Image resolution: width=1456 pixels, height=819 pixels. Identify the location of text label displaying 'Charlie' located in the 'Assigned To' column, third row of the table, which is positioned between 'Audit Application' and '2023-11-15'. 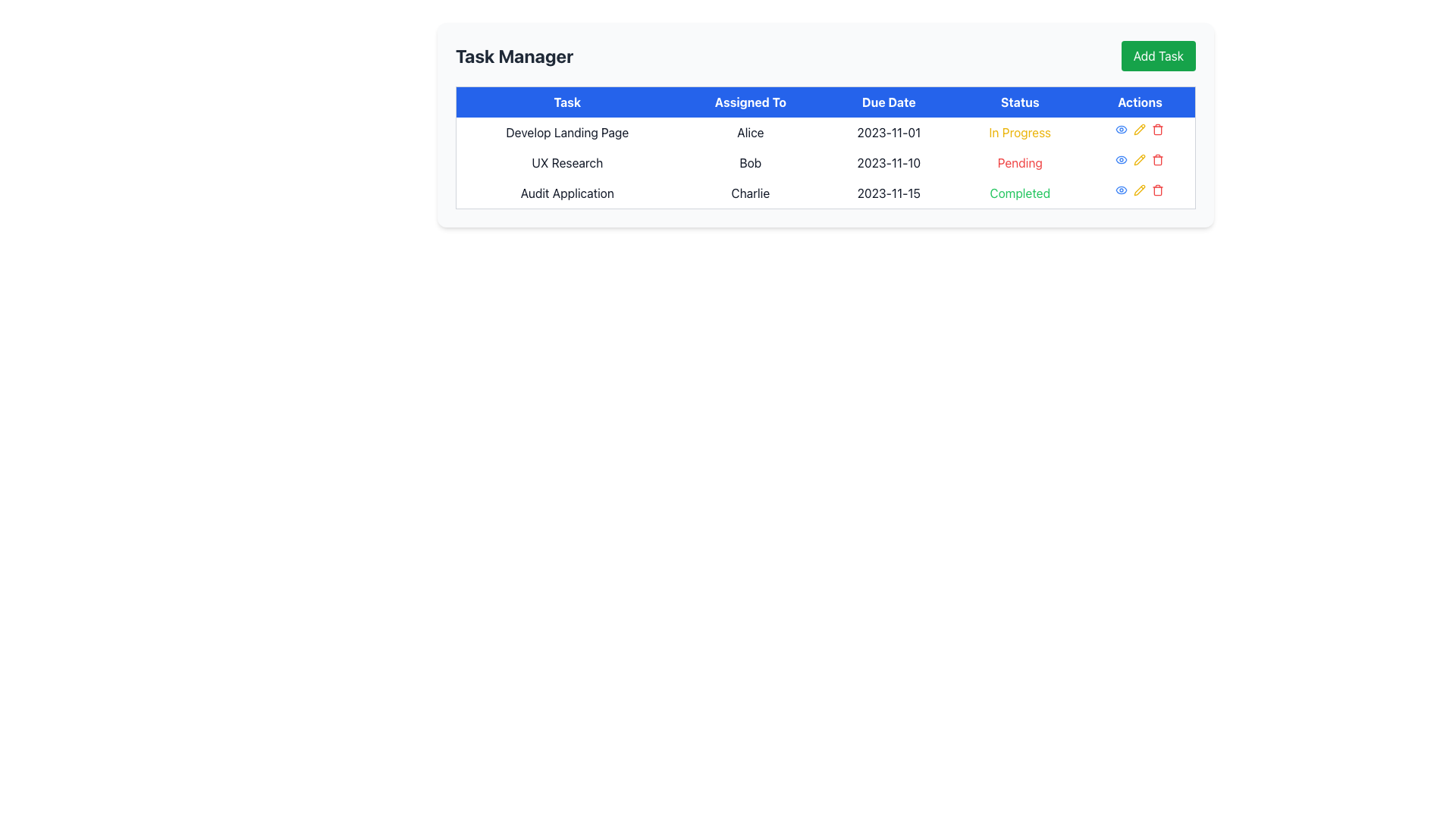
(750, 193).